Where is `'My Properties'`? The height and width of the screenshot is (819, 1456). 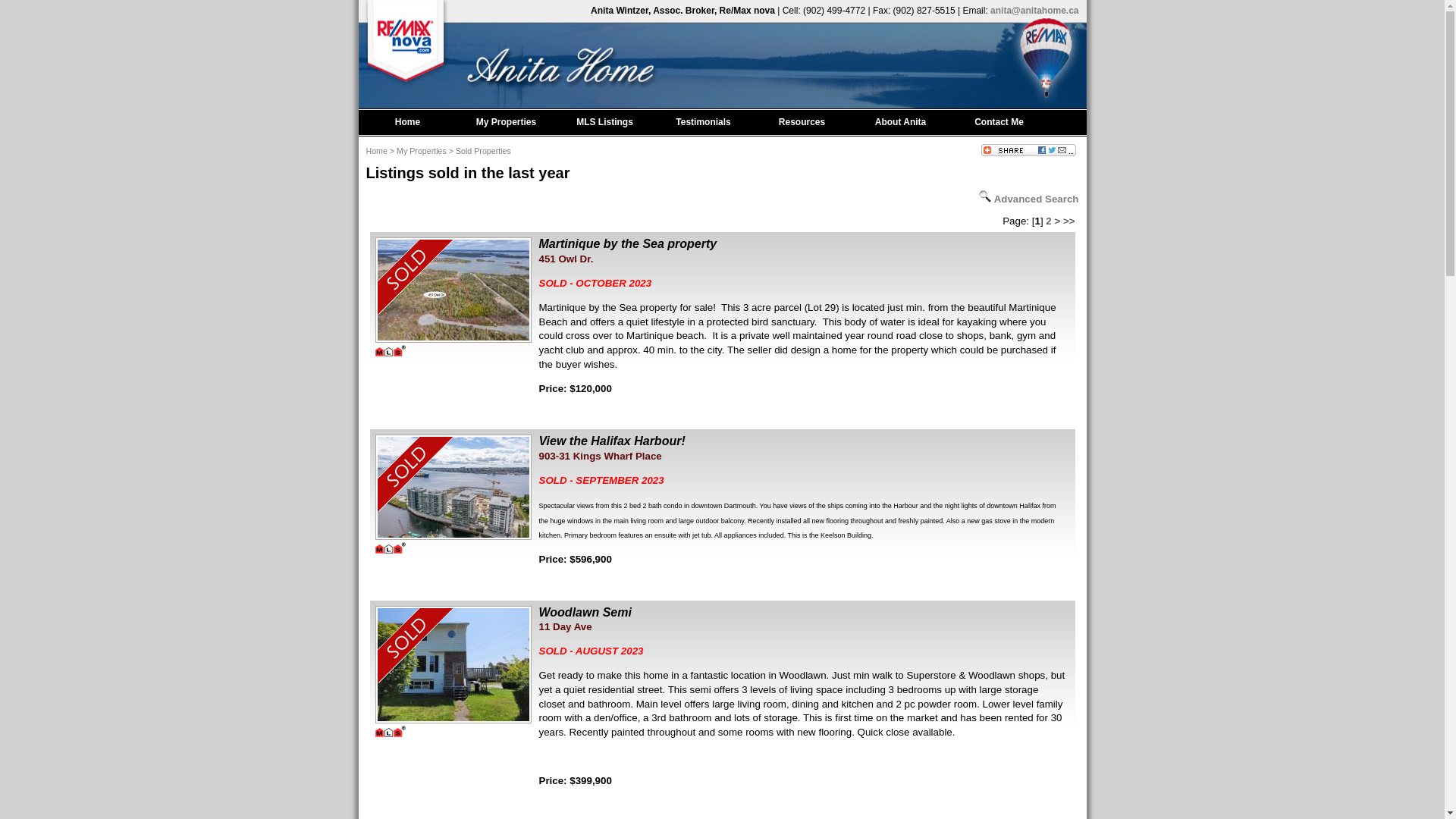
'My Properties' is located at coordinates (455, 121).